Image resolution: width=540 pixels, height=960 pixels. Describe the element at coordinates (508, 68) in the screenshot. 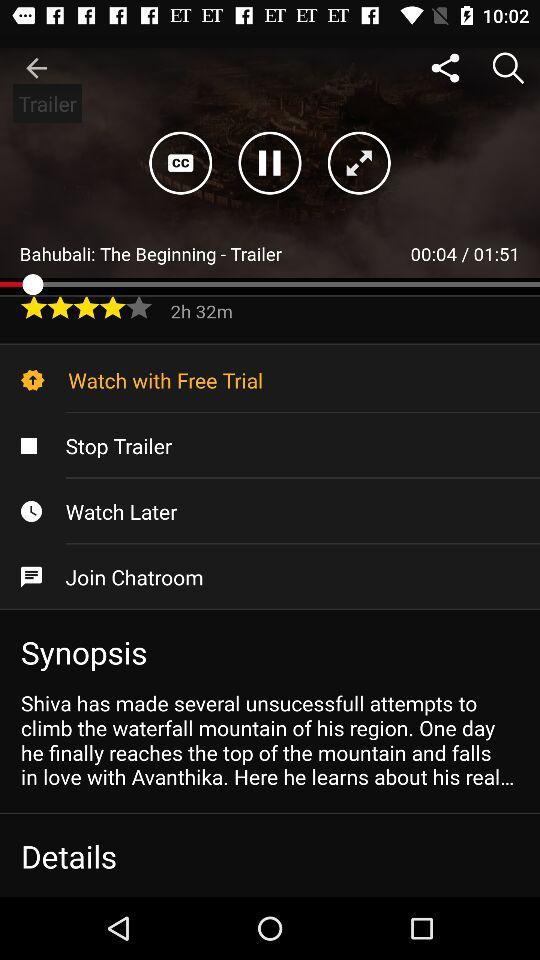

I see `search icon` at that location.